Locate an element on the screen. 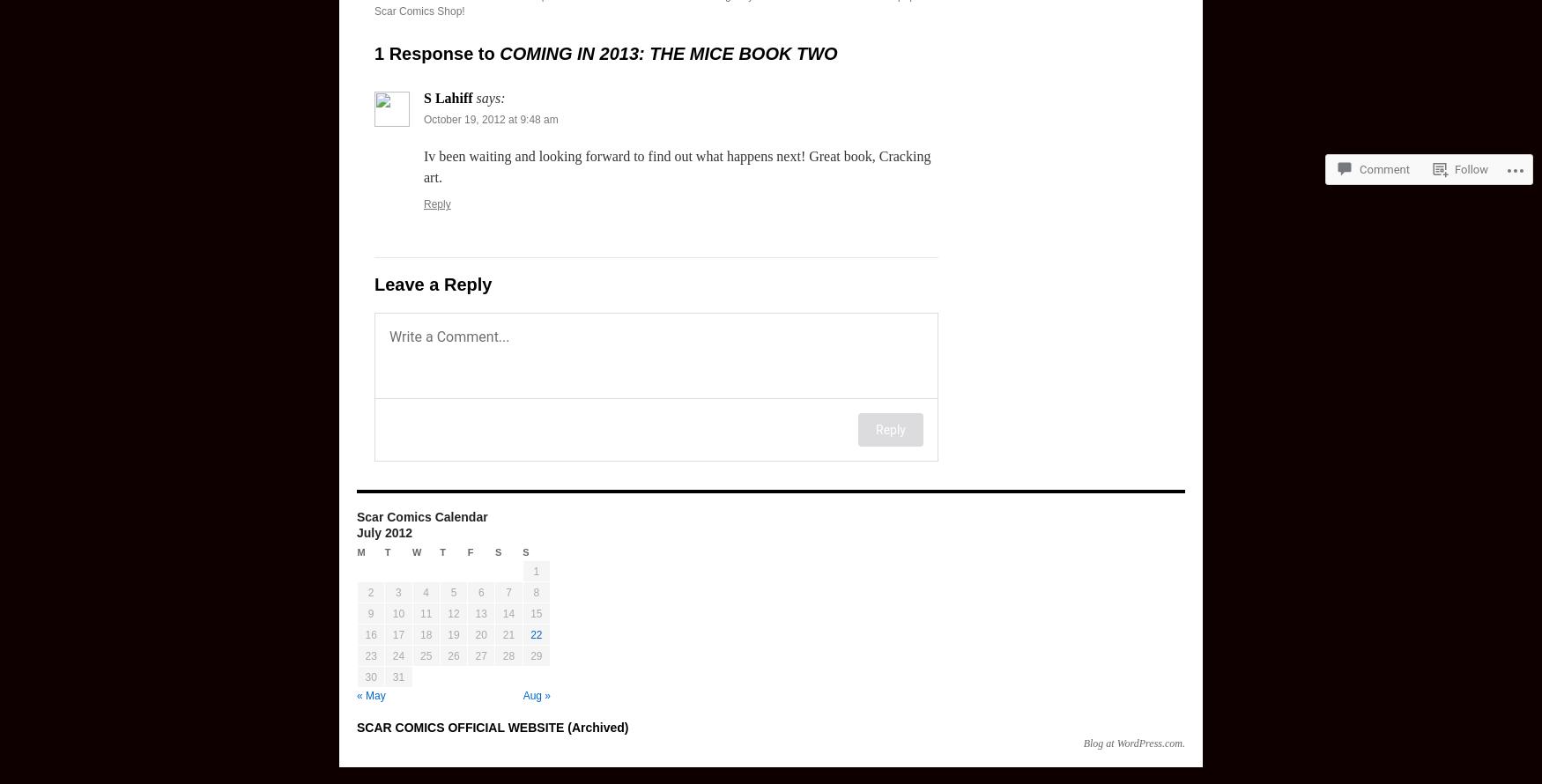 Image resolution: width=1542 pixels, height=784 pixels. 'F' is located at coordinates (469, 552).